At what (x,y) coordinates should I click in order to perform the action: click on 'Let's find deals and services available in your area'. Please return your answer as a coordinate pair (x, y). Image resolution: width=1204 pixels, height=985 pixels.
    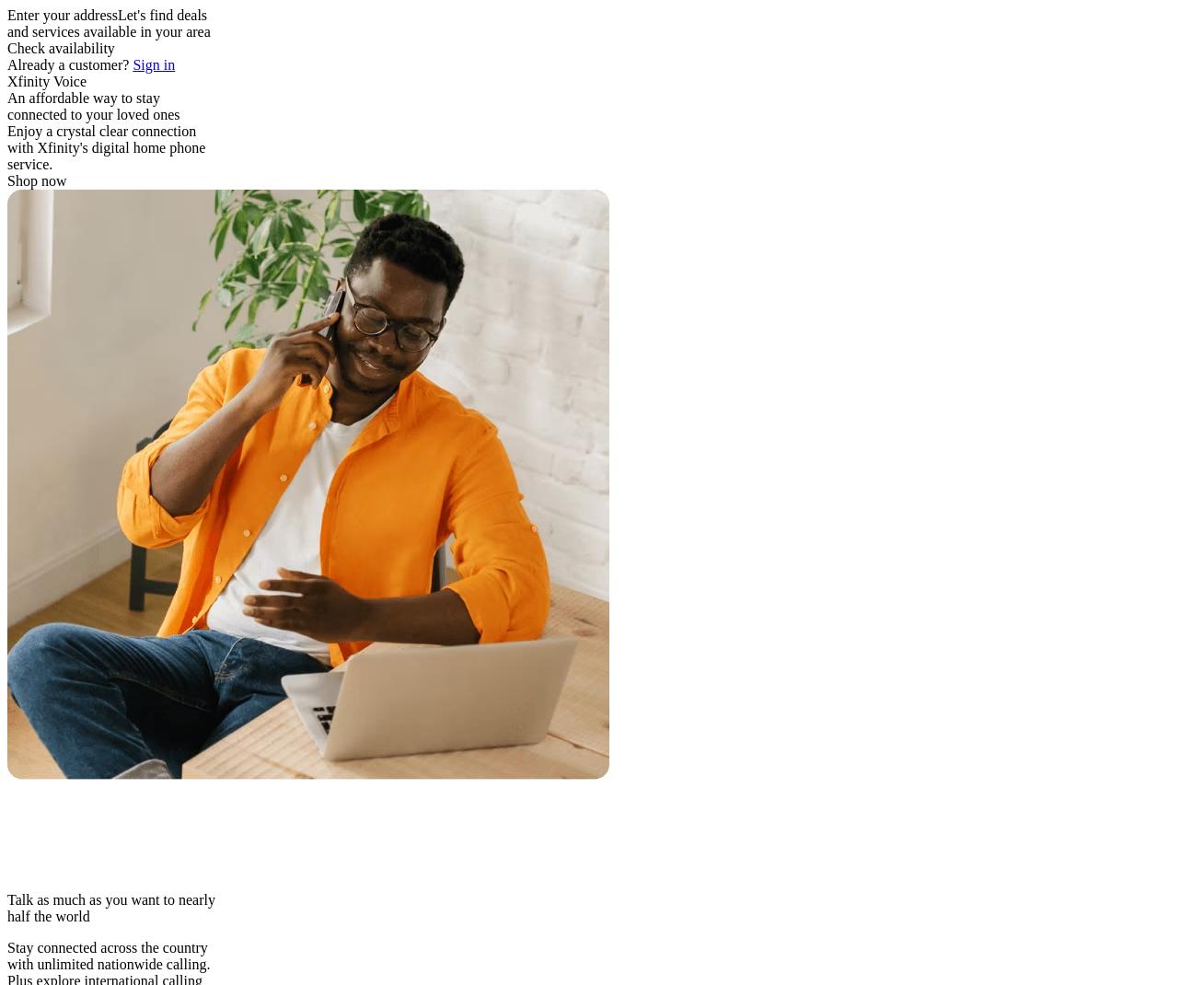
    Looking at the image, I should click on (107, 22).